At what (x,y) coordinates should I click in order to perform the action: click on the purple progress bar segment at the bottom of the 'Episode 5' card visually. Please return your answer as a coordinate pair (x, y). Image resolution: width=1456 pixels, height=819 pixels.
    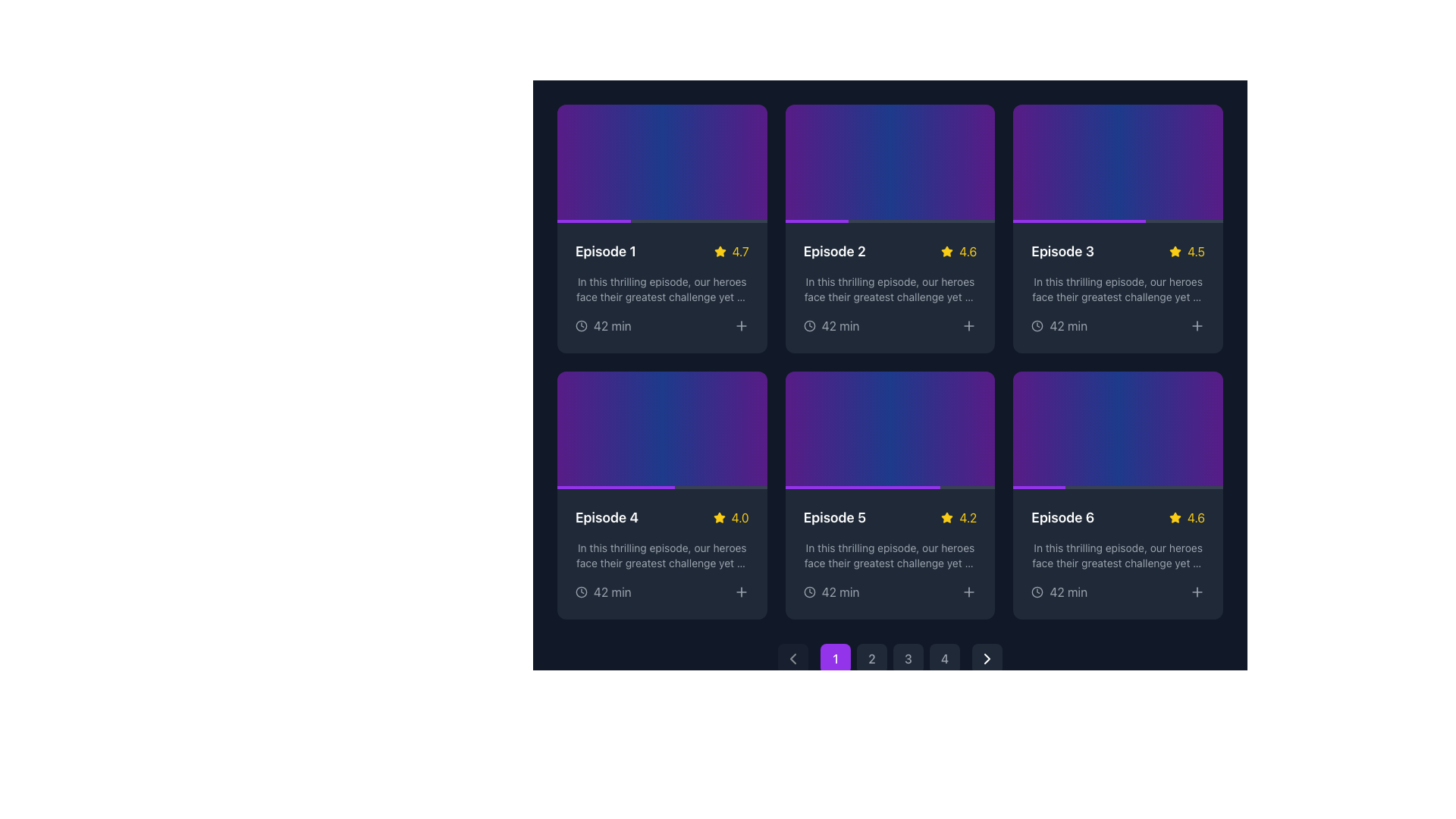
    Looking at the image, I should click on (862, 488).